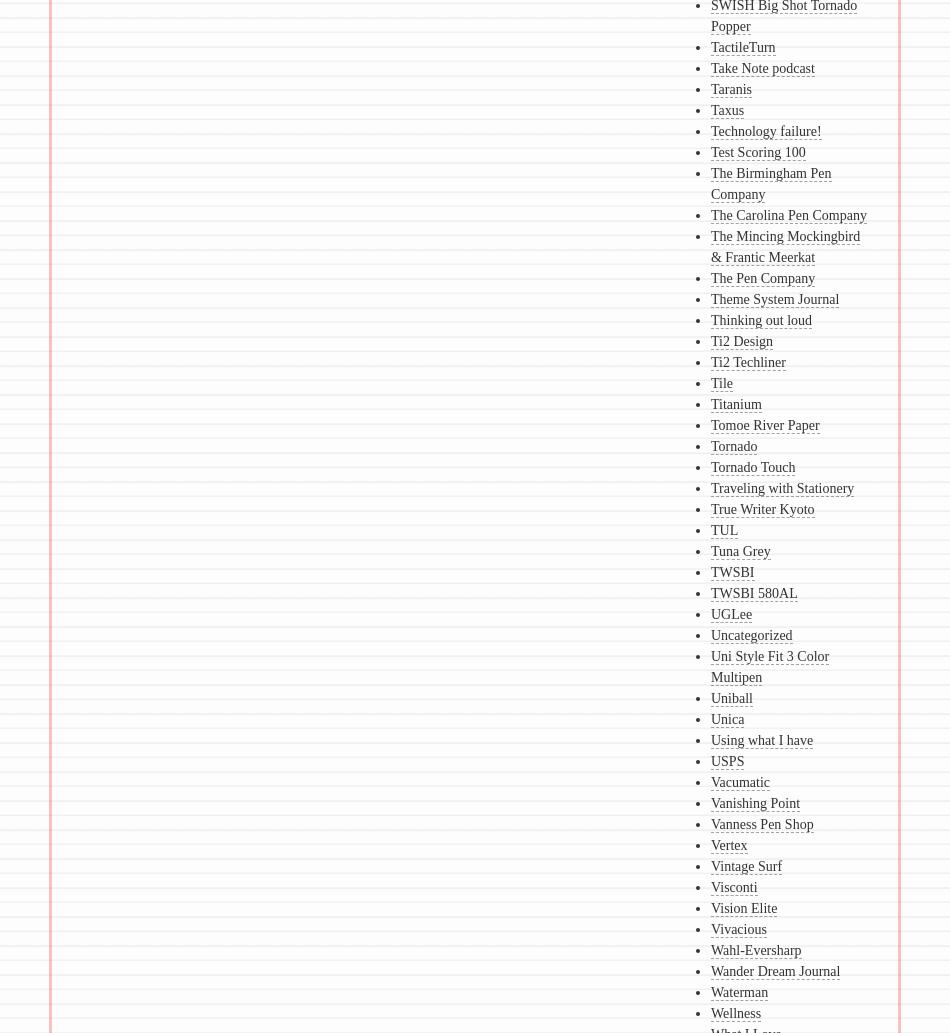 Image resolution: width=950 pixels, height=1033 pixels. I want to click on 'TUL', so click(722, 529).